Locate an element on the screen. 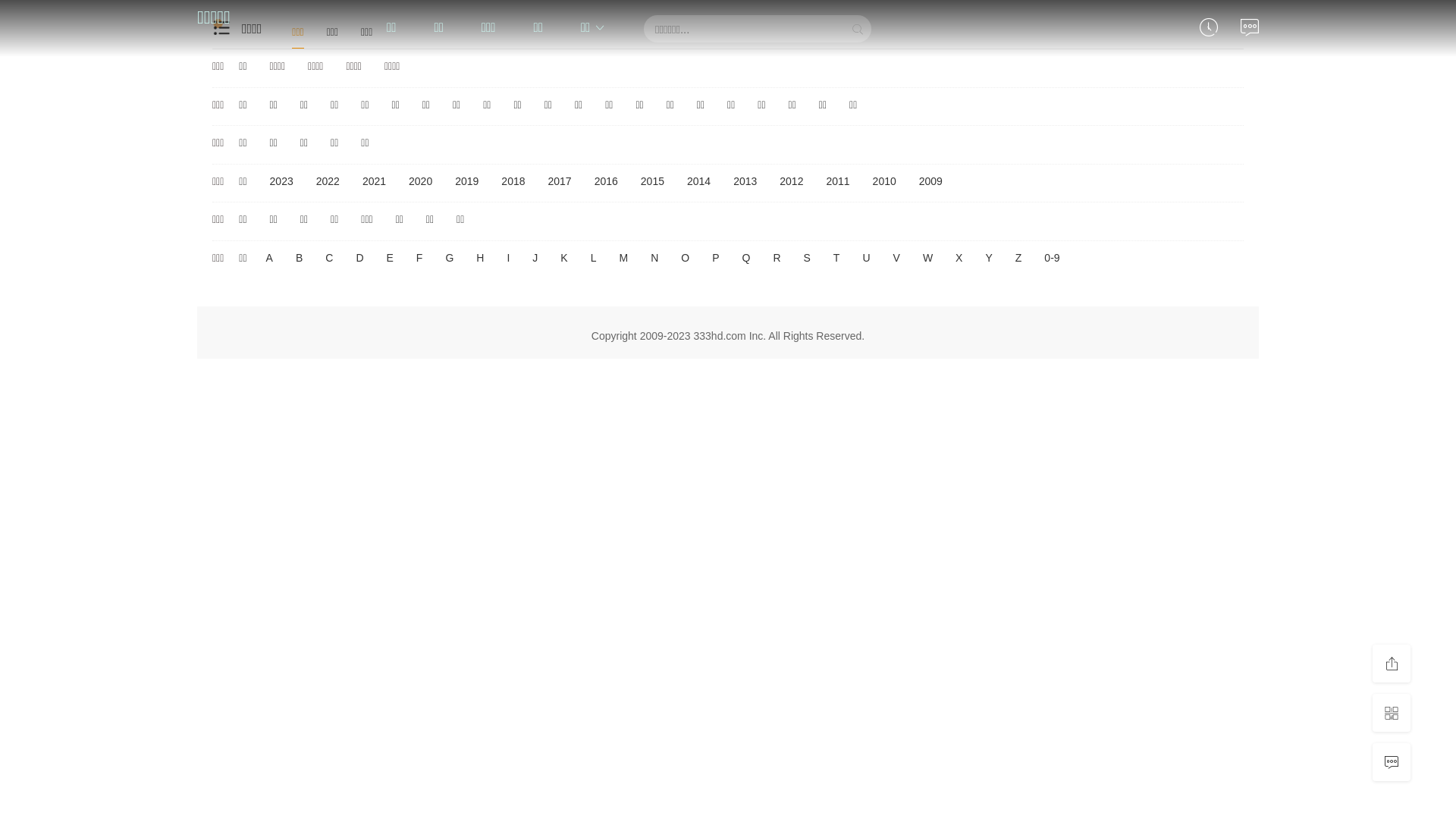  'X' is located at coordinates (950, 257).